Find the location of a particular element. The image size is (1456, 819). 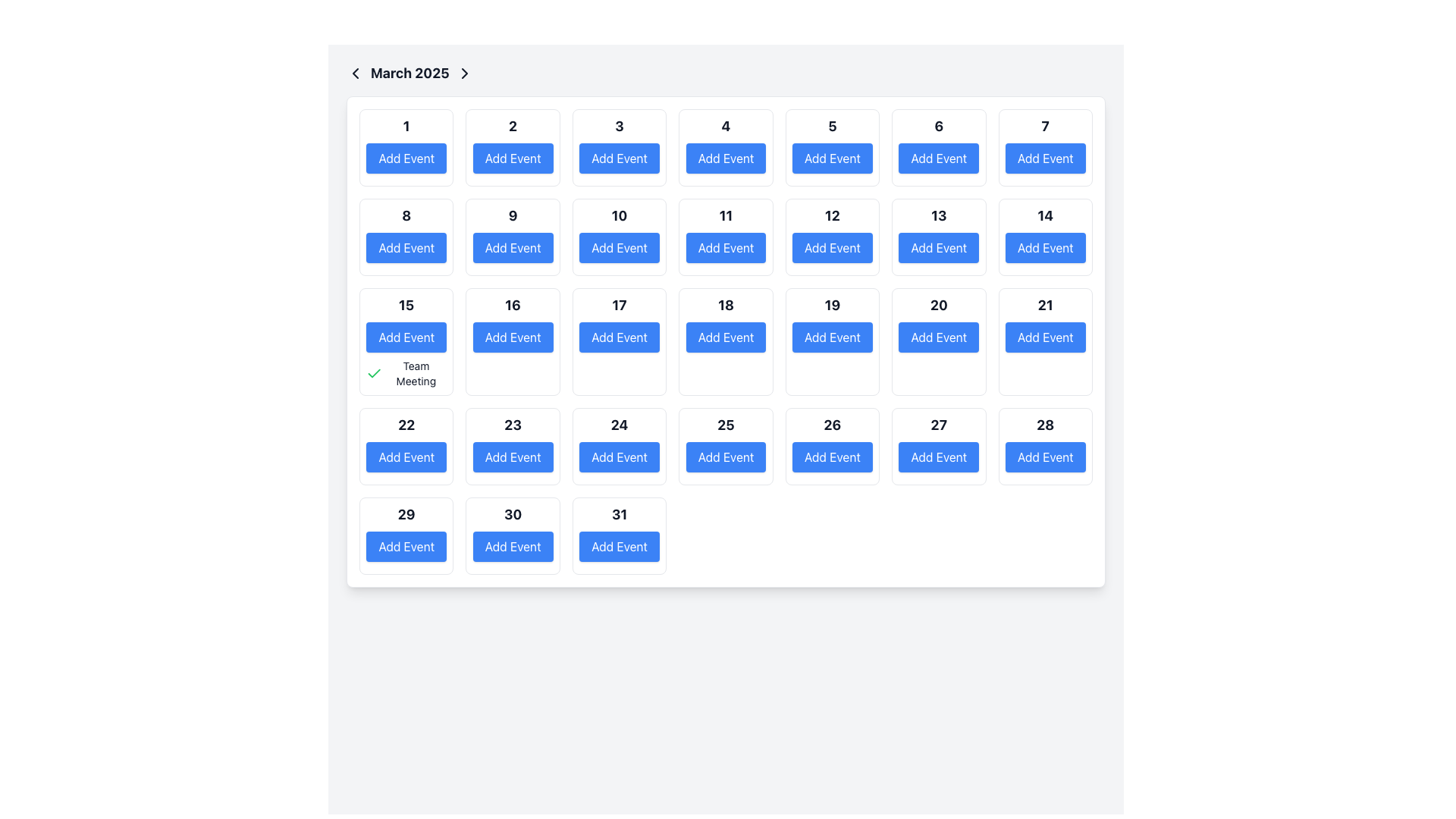

the 'Add Event' button in the Calendar cell representing the date 6th to schedule an event is located at coordinates (938, 148).